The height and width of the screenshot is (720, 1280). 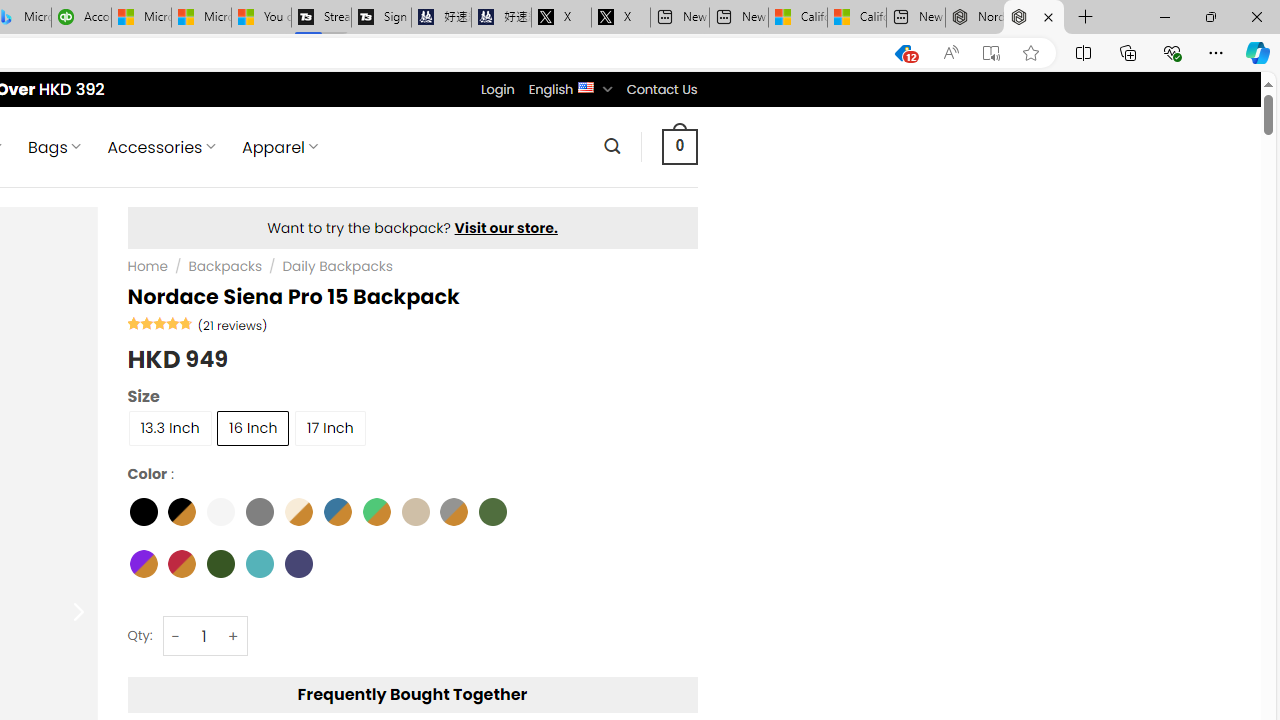 I want to click on 'Home', so click(x=146, y=266).